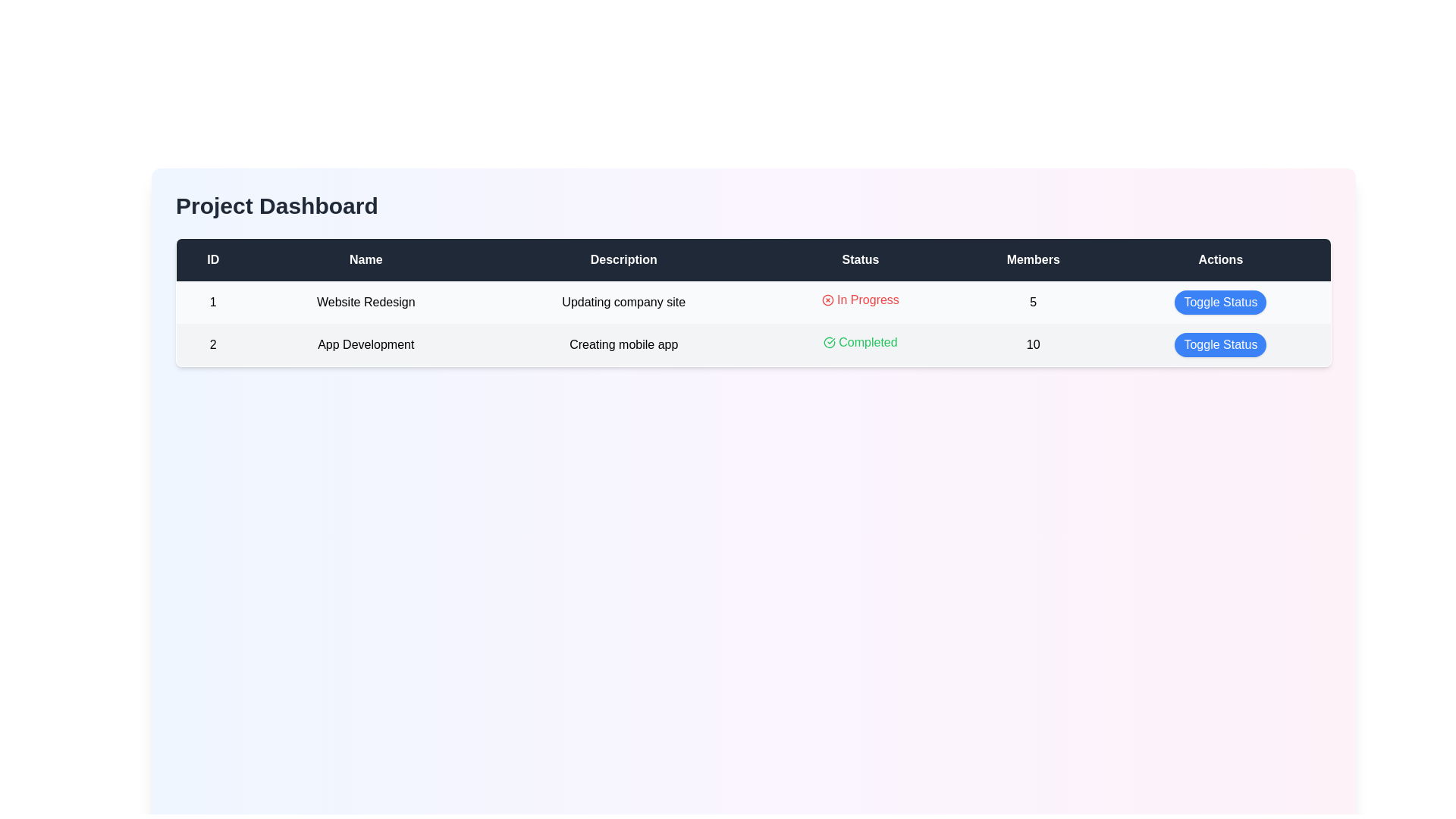 This screenshot has height=819, width=1456. I want to click on the 'Actions' text label located in the top row of the table header, which is the rightmost position adjacent to the 'Members' column, so click(1221, 259).